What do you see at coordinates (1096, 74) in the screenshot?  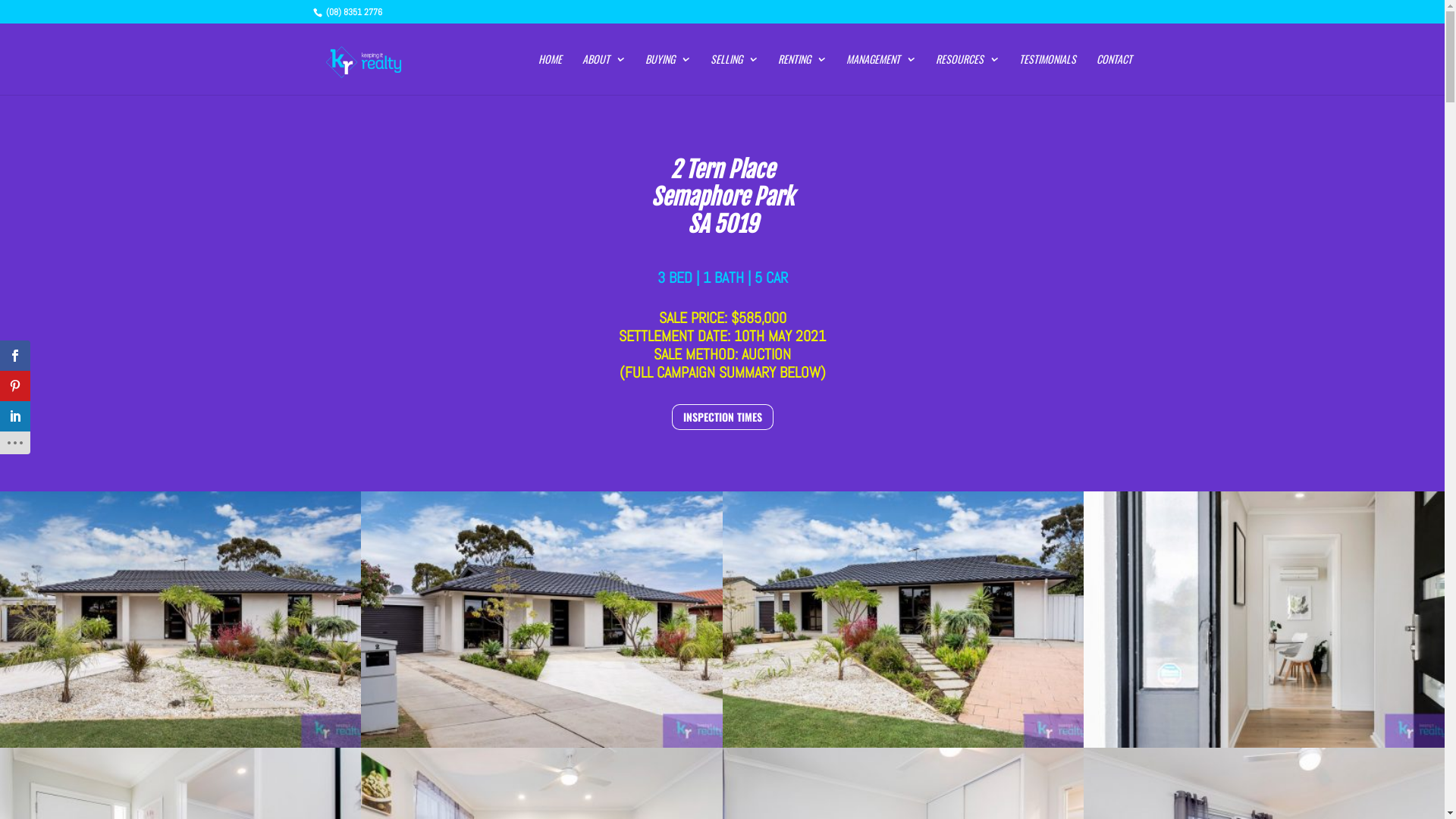 I see `'CONTACT'` at bounding box center [1096, 74].